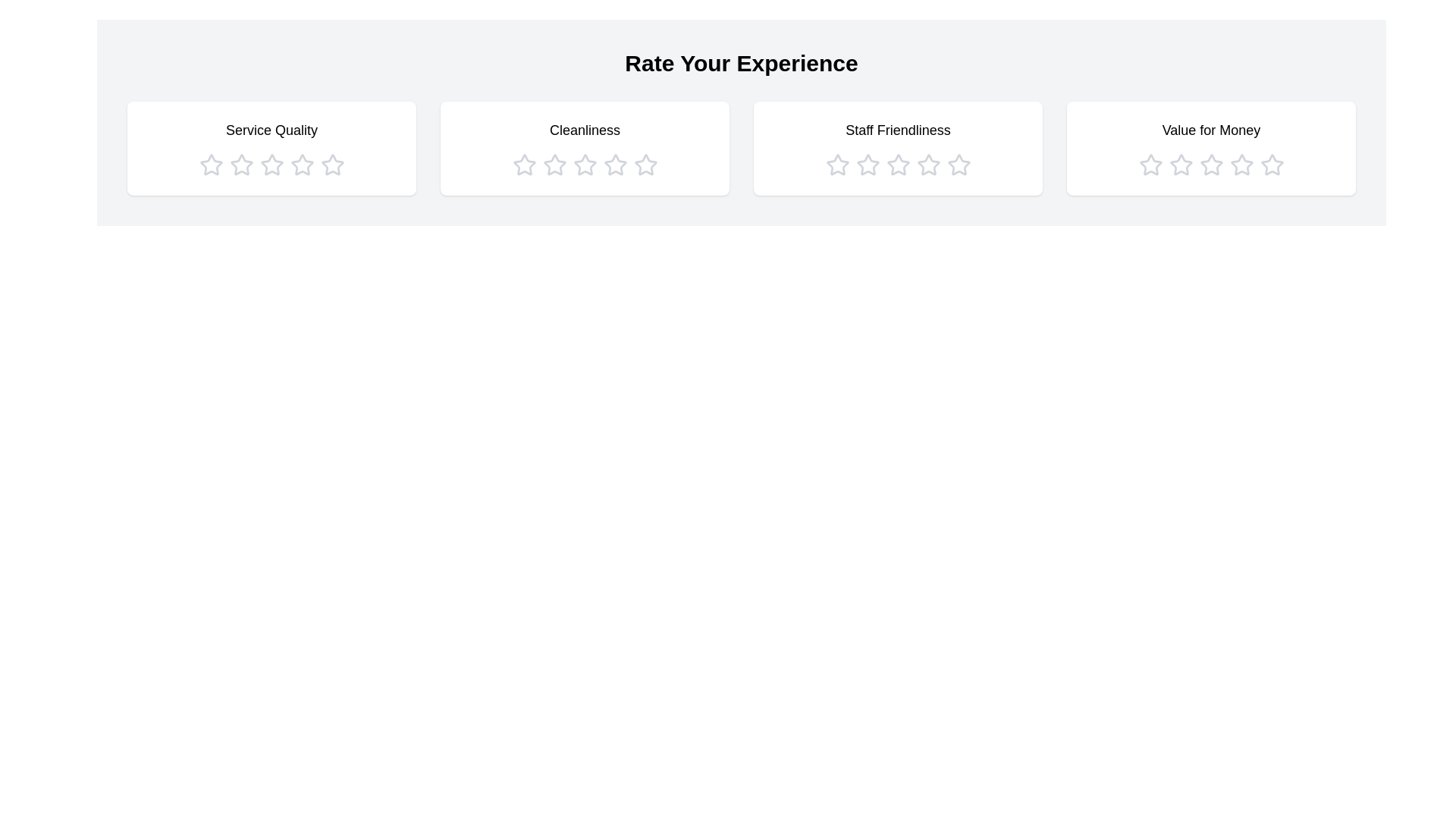  I want to click on the star icon corresponding to 3 stars in the category Cleanliness, so click(584, 165).